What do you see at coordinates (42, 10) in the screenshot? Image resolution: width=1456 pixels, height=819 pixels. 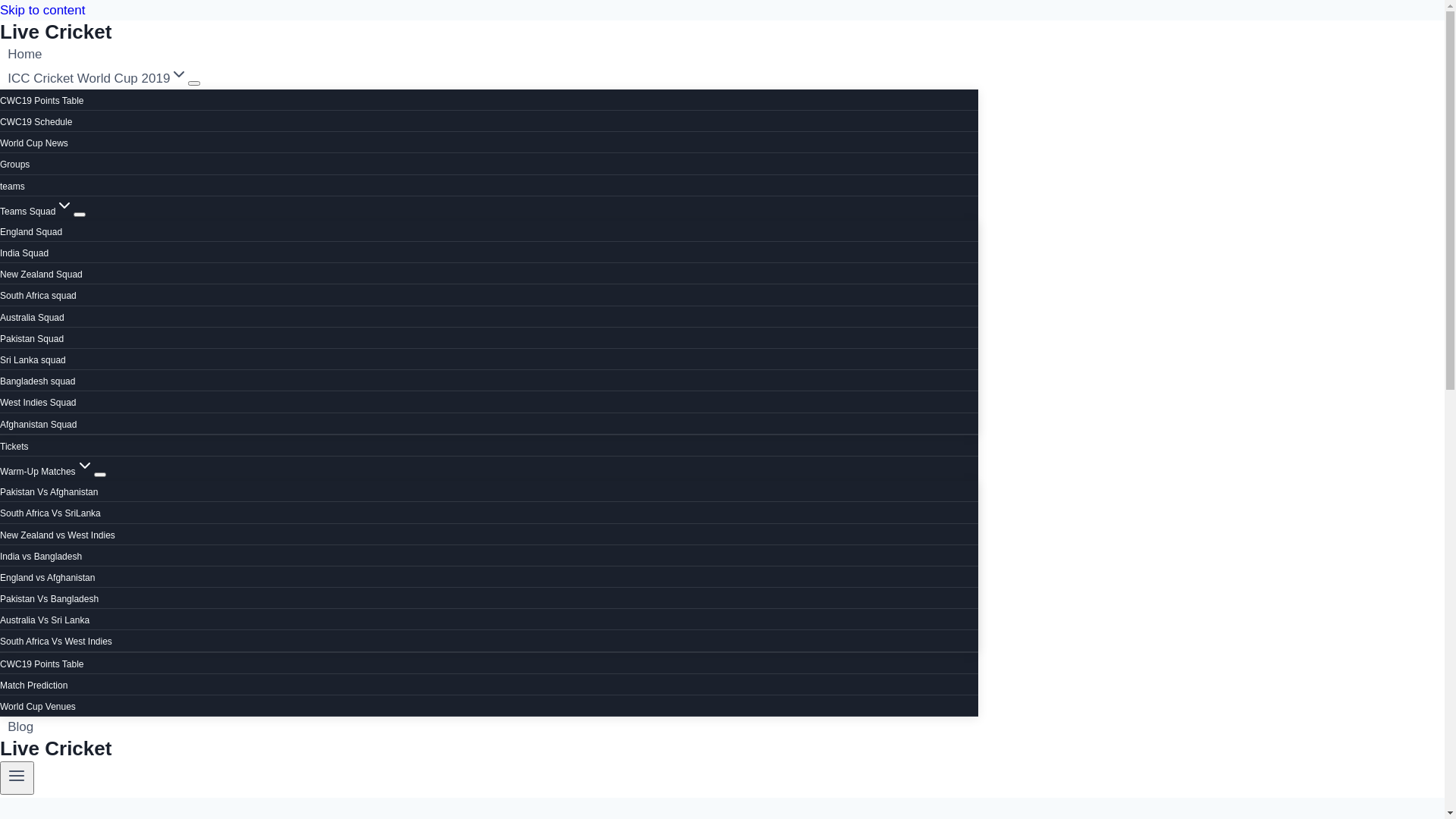 I see `'Skip to content'` at bounding box center [42, 10].